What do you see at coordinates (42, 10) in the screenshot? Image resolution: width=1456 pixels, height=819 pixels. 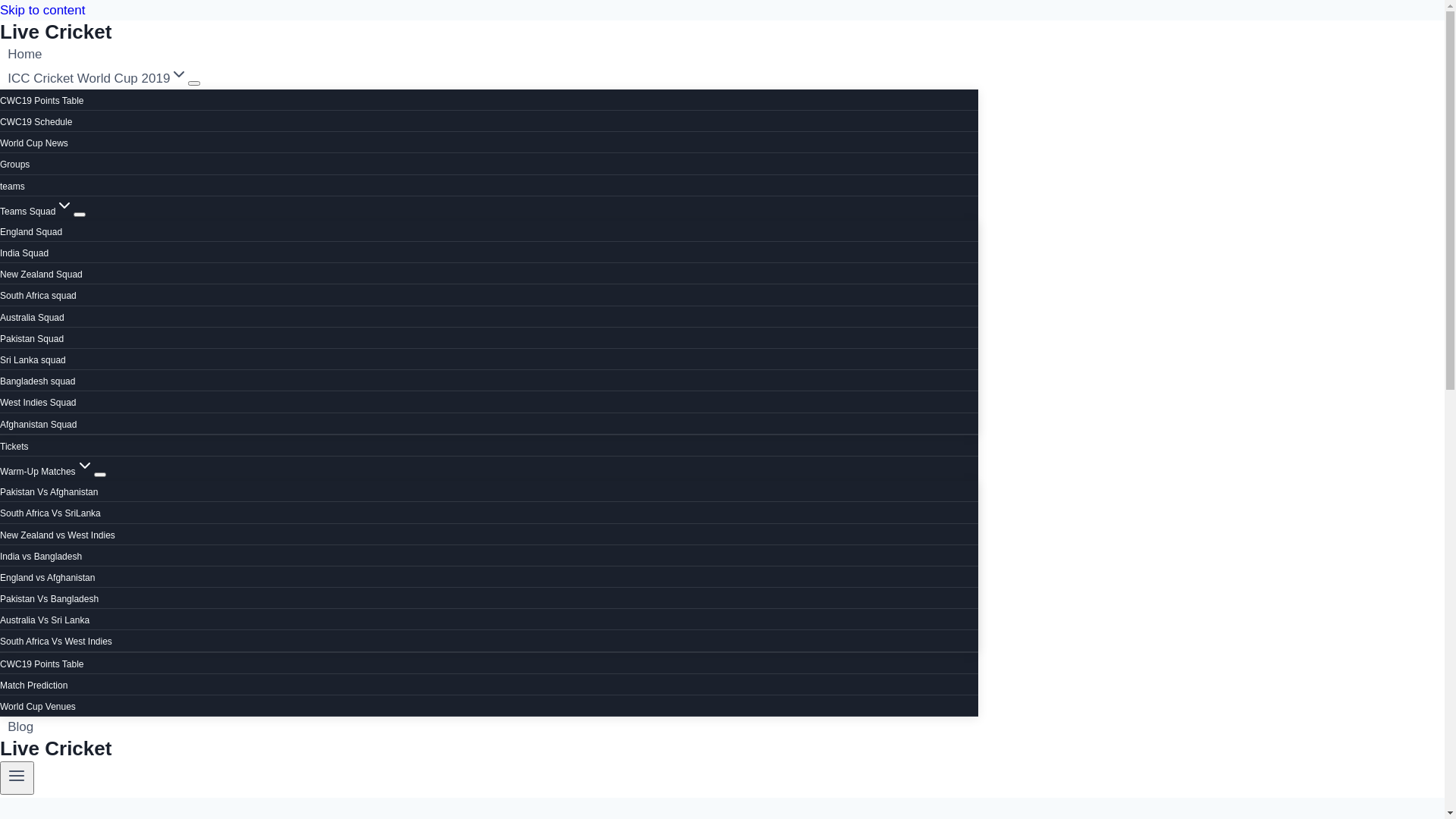 I see `'Skip to content'` at bounding box center [42, 10].